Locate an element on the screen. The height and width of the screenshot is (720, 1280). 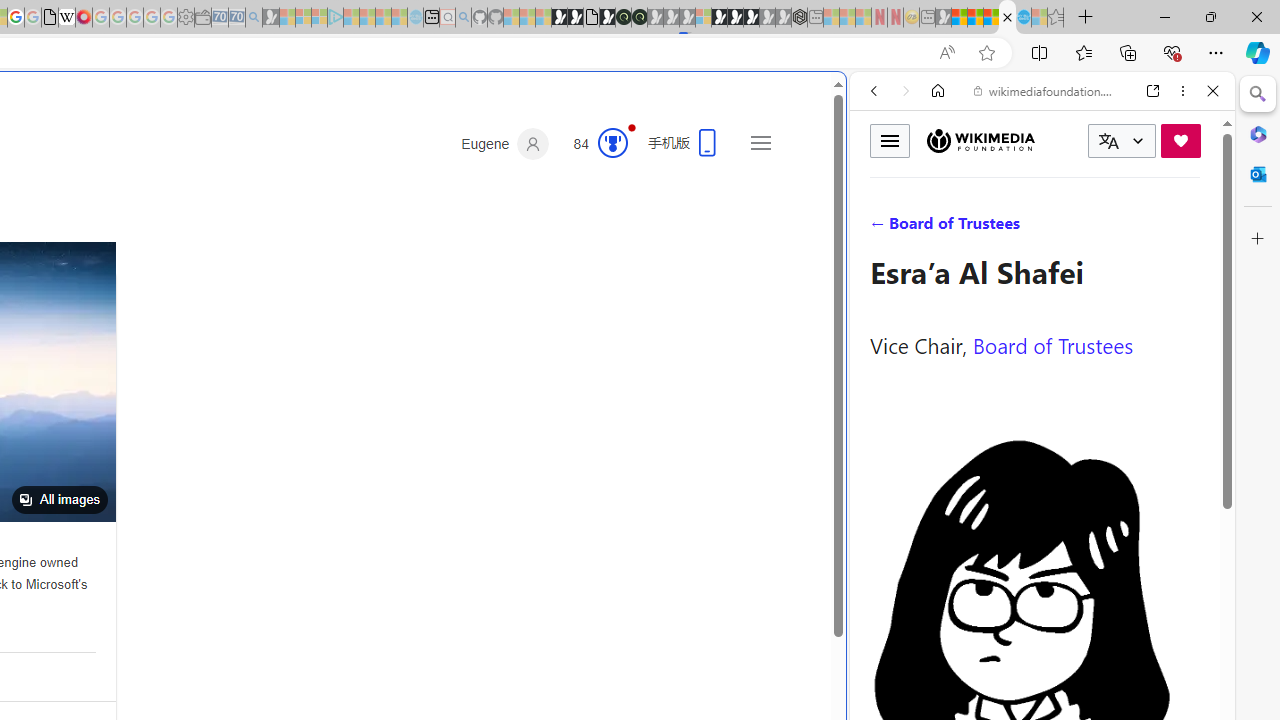
'Class: b_serphb' is located at coordinates (1190, 229).